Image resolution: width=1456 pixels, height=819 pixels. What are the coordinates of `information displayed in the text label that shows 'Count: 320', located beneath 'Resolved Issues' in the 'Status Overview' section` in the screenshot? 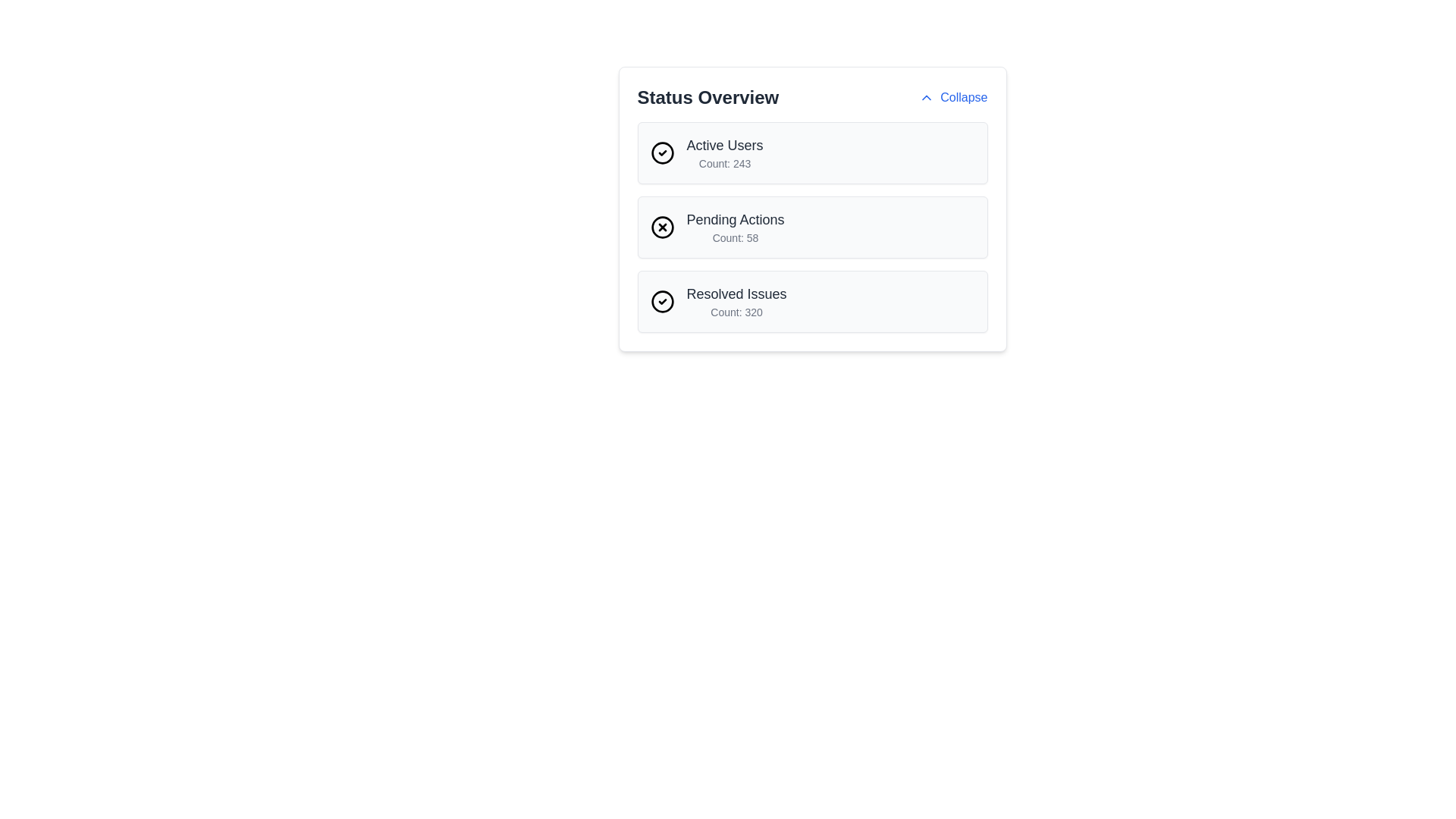 It's located at (736, 312).